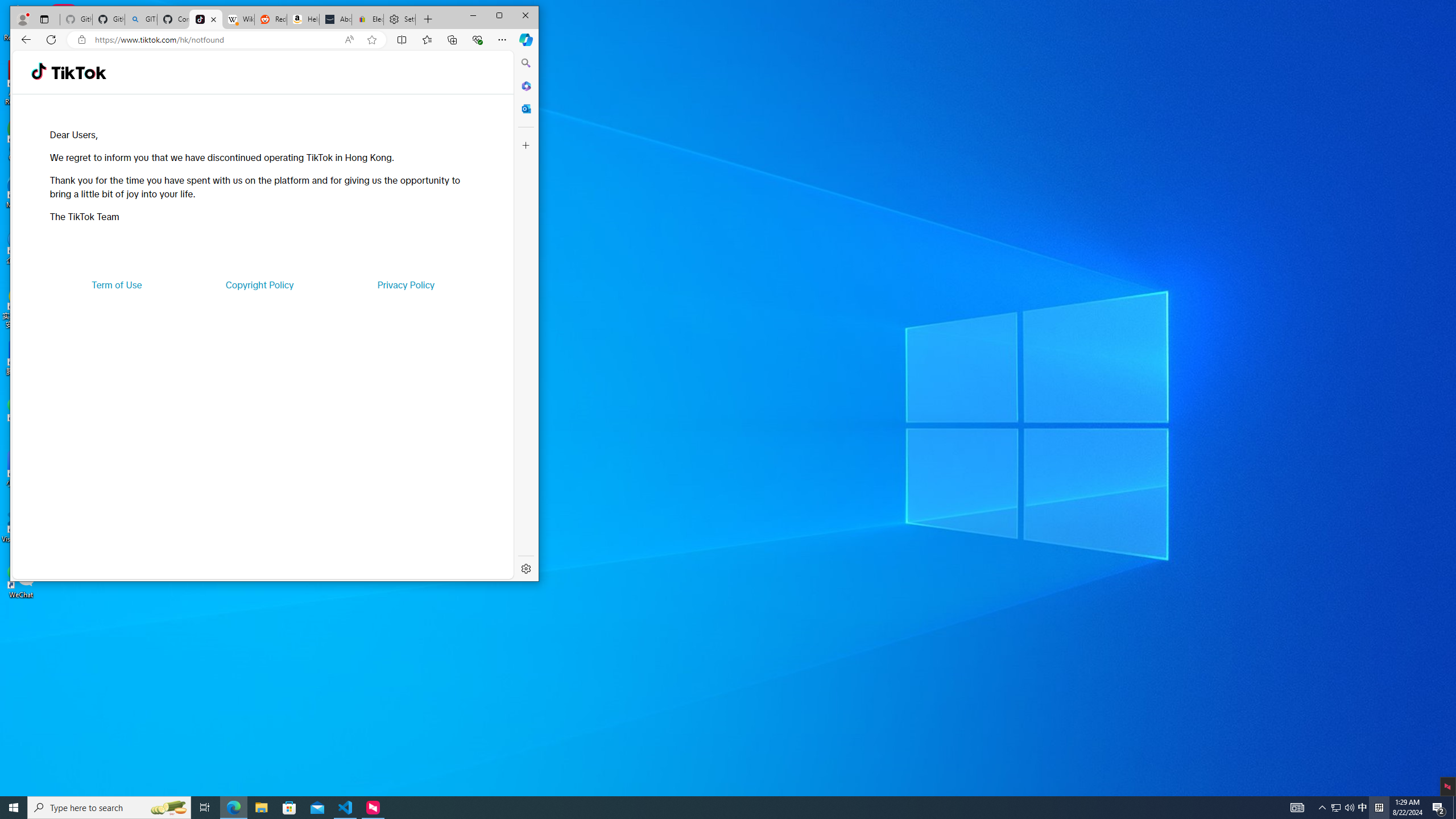 The image size is (1456, 819). I want to click on 'About Amazon', so click(336, 19).